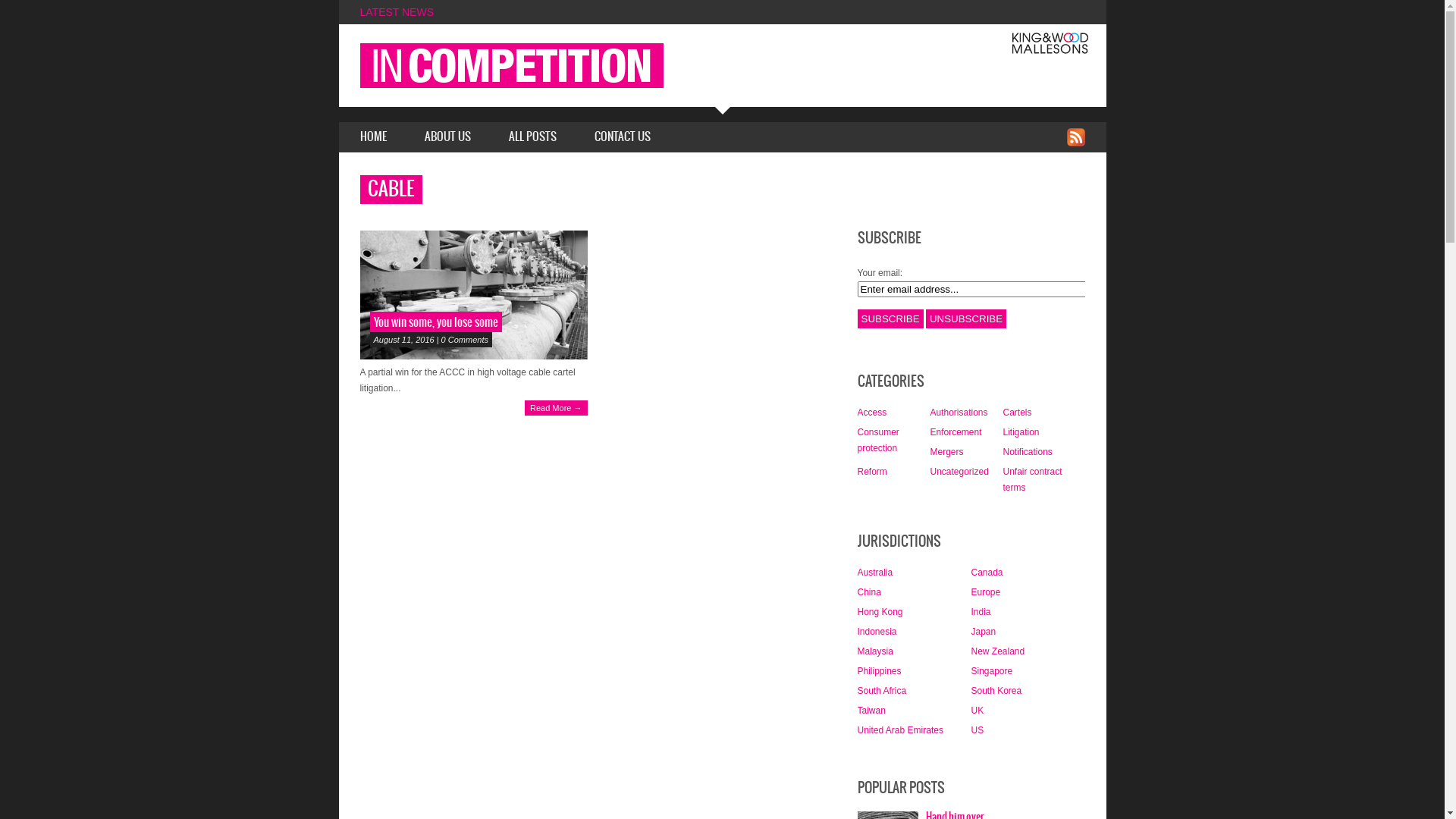 Image resolution: width=1456 pixels, height=819 pixels. What do you see at coordinates (1020, 432) in the screenshot?
I see `'Litigation'` at bounding box center [1020, 432].